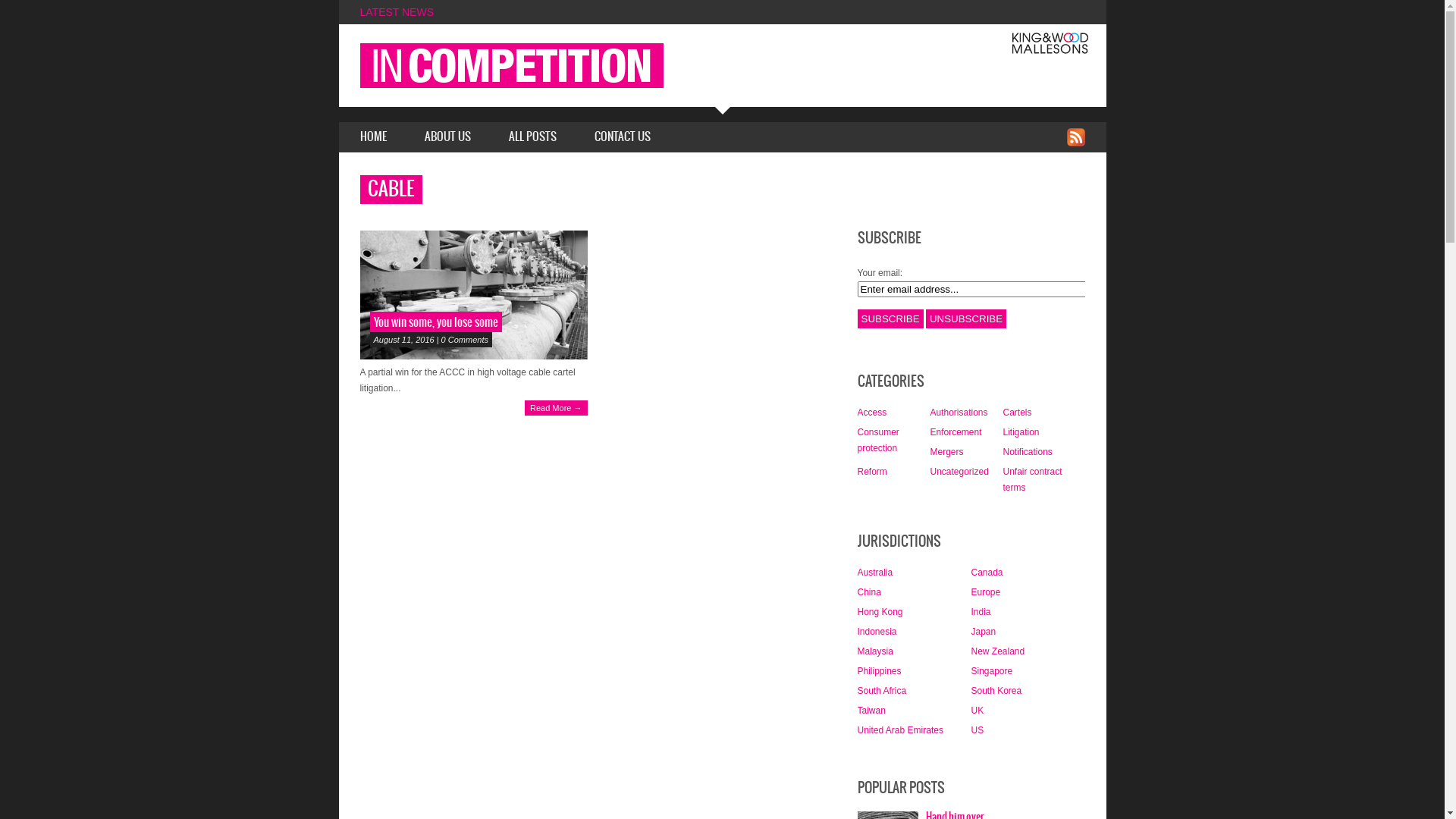 Image resolution: width=1456 pixels, height=819 pixels. What do you see at coordinates (1020, 432) in the screenshot?
I see `'Litigation'` at bounding box center [1020, 432].